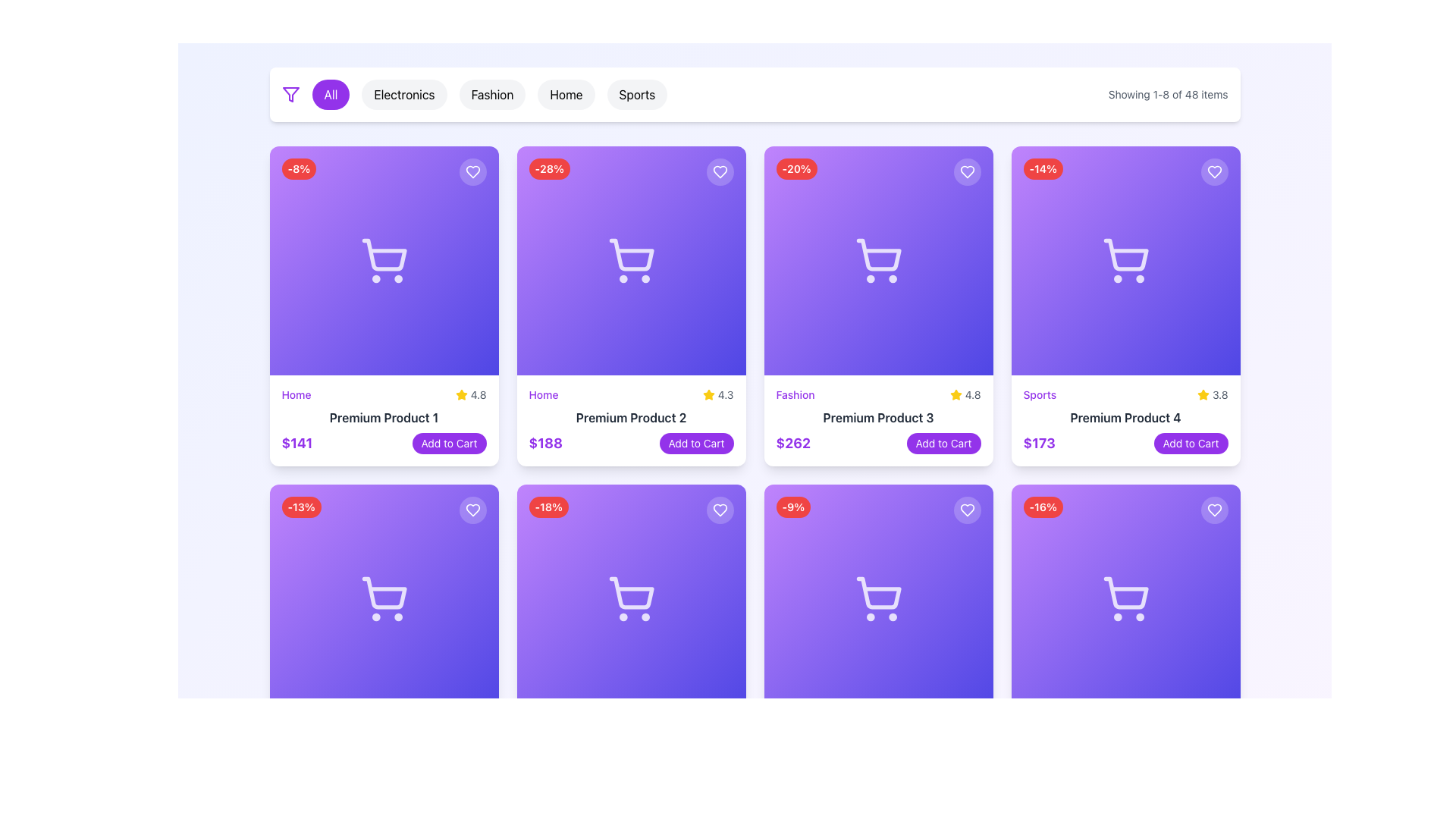  I want to click on the 'Fashion' button in the navigation bar, so click(473, 94).